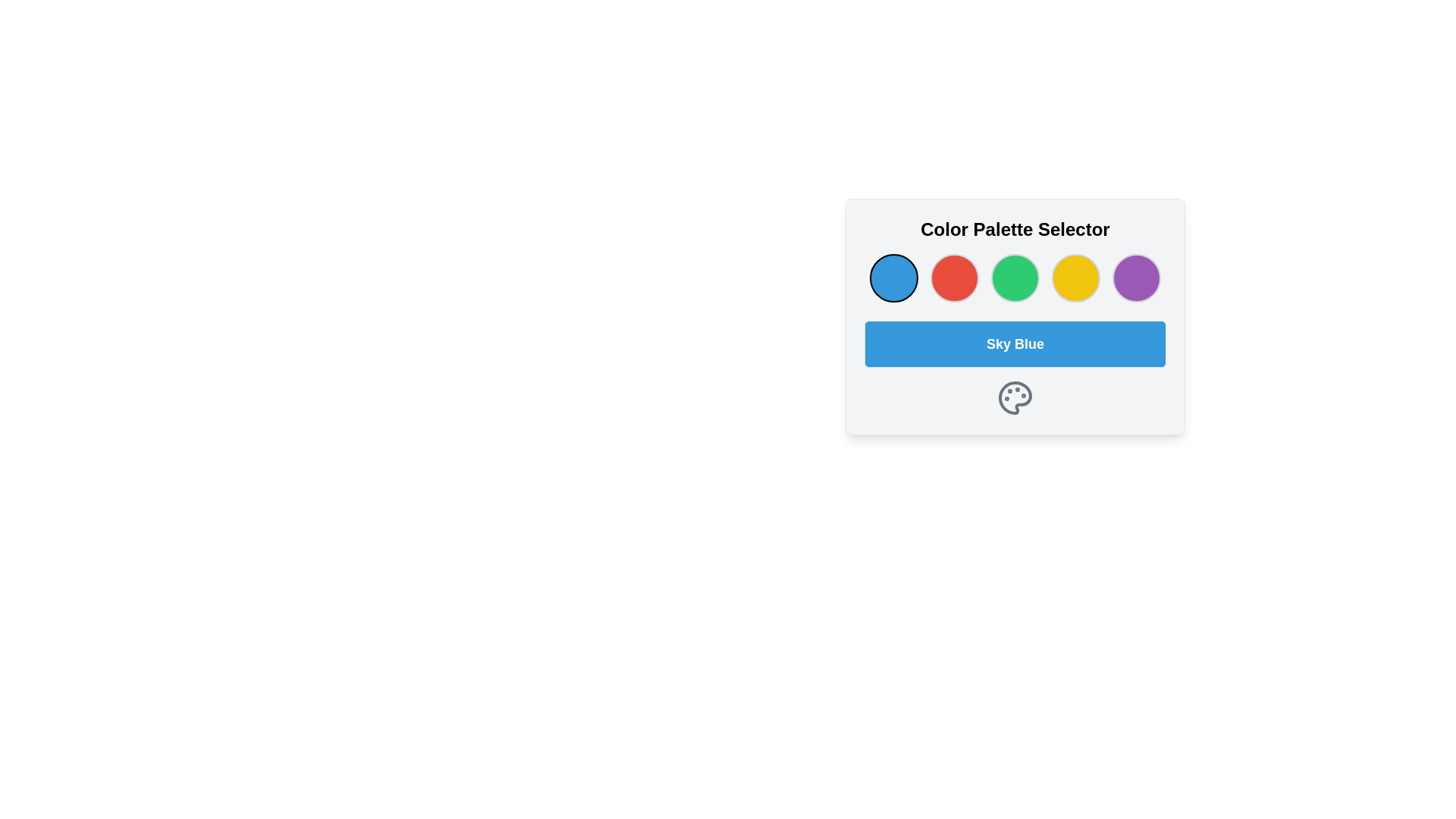 The height and width of the screenshot is (819, 1456). Describe the element at coordinates (1015, 397) in the screenshot. I see `the palette icon, which is a graphical representation resembling a palette with a gray outline and small circular paint spots, located at the bottom of the 'Color Palette Selector' interface` at that location.